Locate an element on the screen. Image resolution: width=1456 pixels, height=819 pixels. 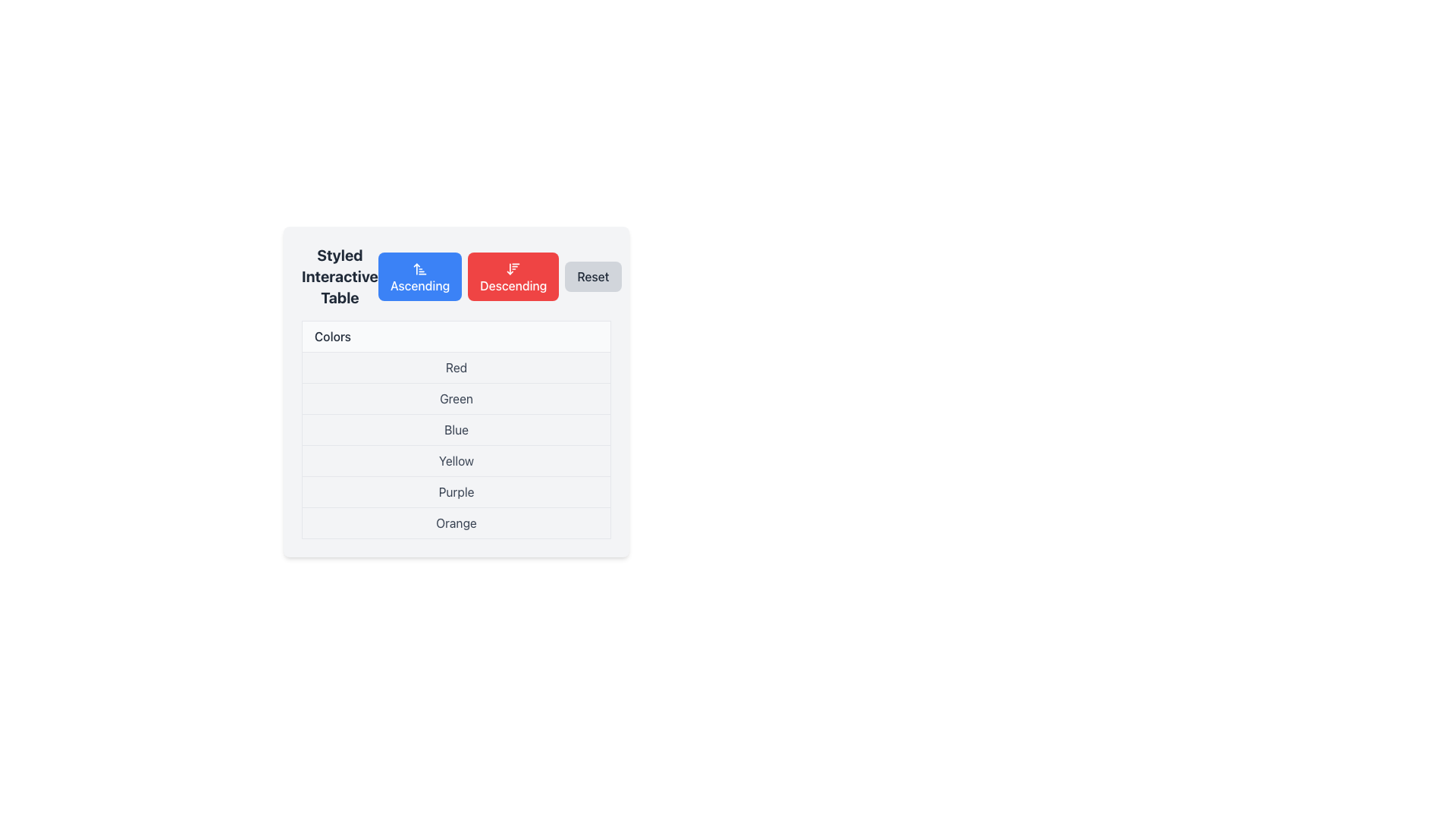
the upward arrow icon that is part of the 'Ascending' button, which is blue and located above the table with the 'Colors' column is located at coordinates (419, 268).